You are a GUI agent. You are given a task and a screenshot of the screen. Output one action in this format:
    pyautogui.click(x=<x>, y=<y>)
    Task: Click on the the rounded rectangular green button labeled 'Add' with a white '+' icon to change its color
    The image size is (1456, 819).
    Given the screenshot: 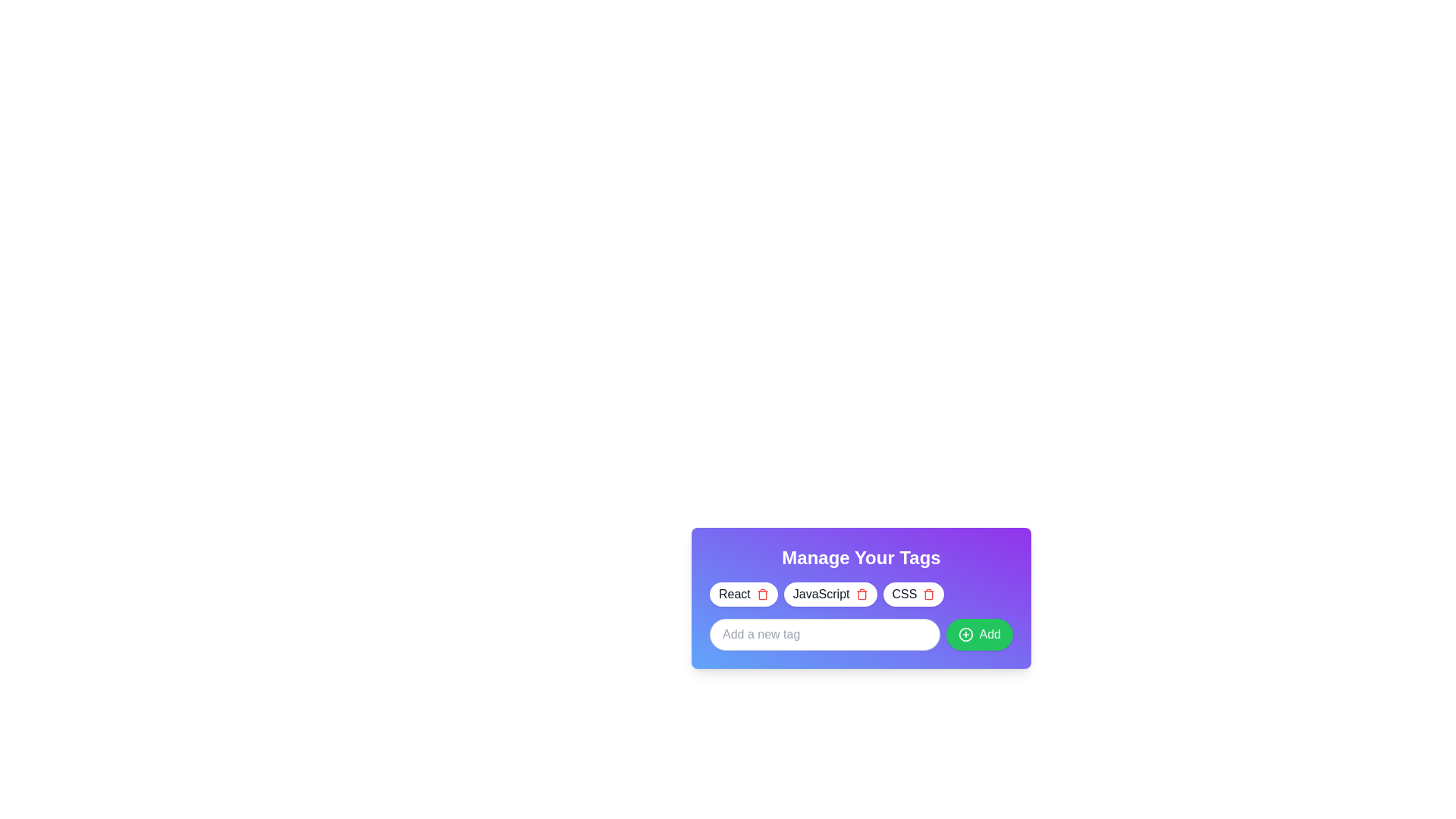 What is the action you would take?
    pyautogui.click(x=979, y=635)
    